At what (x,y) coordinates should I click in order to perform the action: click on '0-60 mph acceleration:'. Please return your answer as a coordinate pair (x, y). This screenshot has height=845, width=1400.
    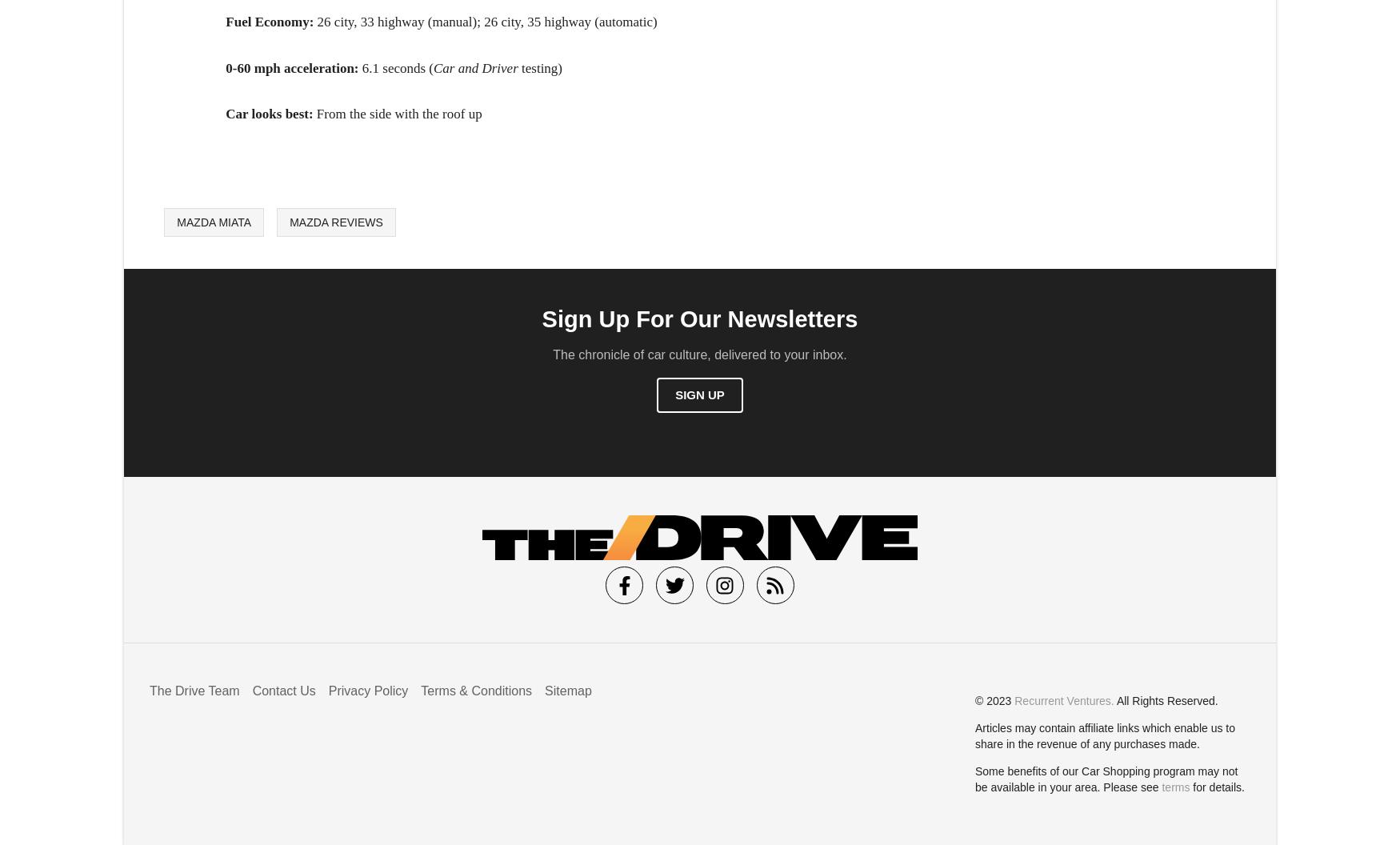
    Looking at the image, I should click on (224, 66).